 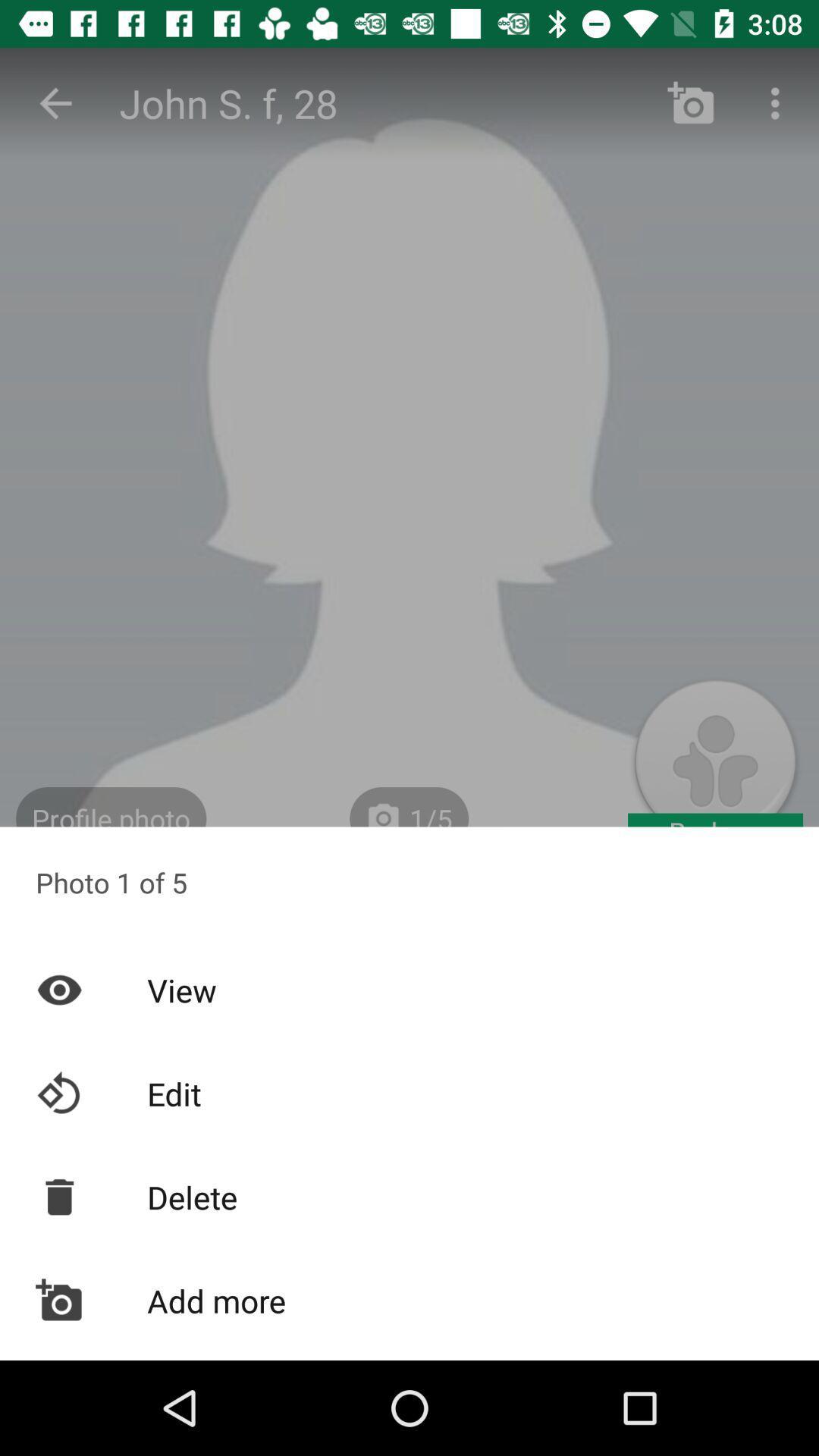 I want to click on edit icon, so click(x=409, y=1094).